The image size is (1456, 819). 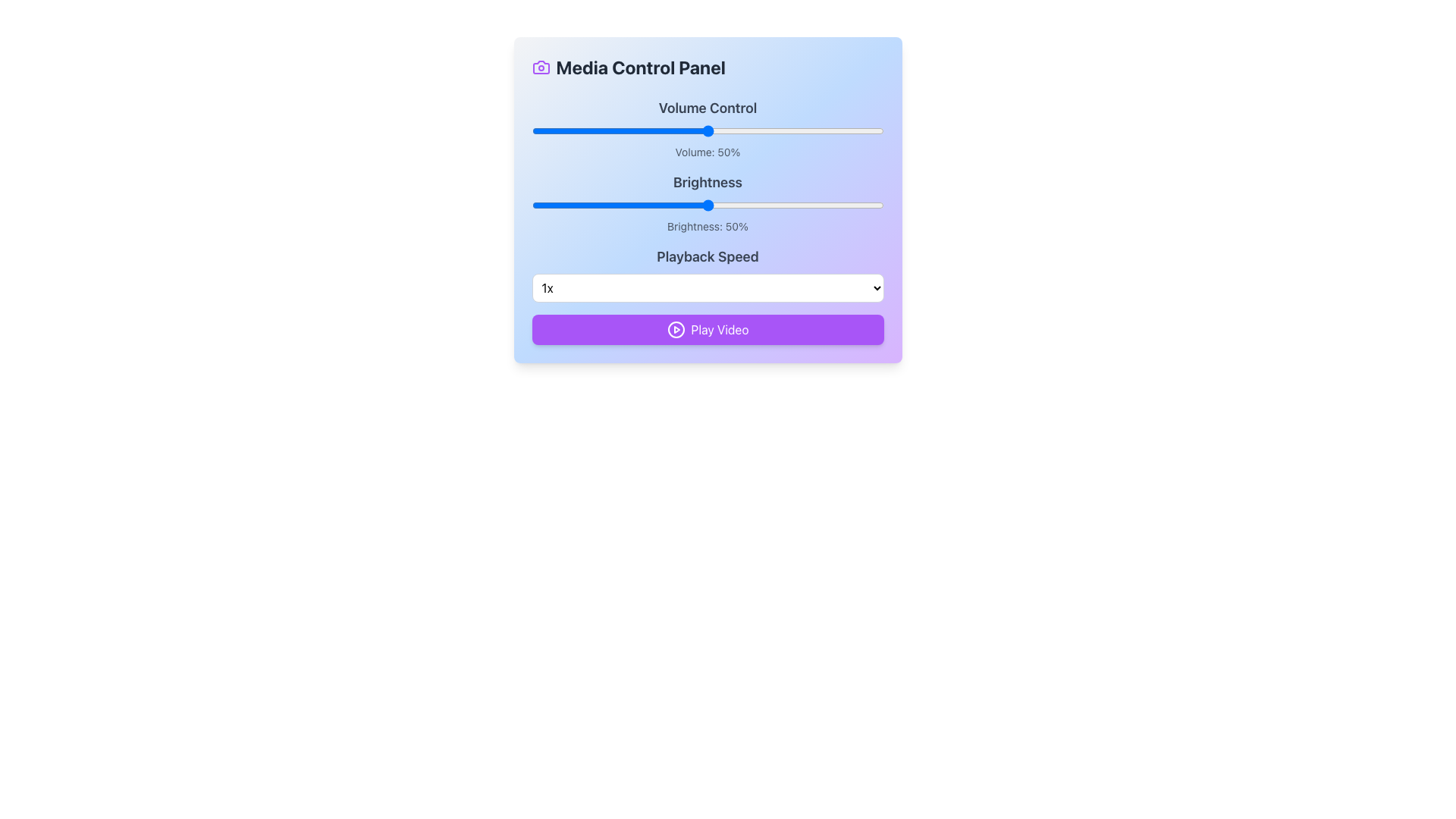 I want to click on brightness, so click(x=587, y=205).